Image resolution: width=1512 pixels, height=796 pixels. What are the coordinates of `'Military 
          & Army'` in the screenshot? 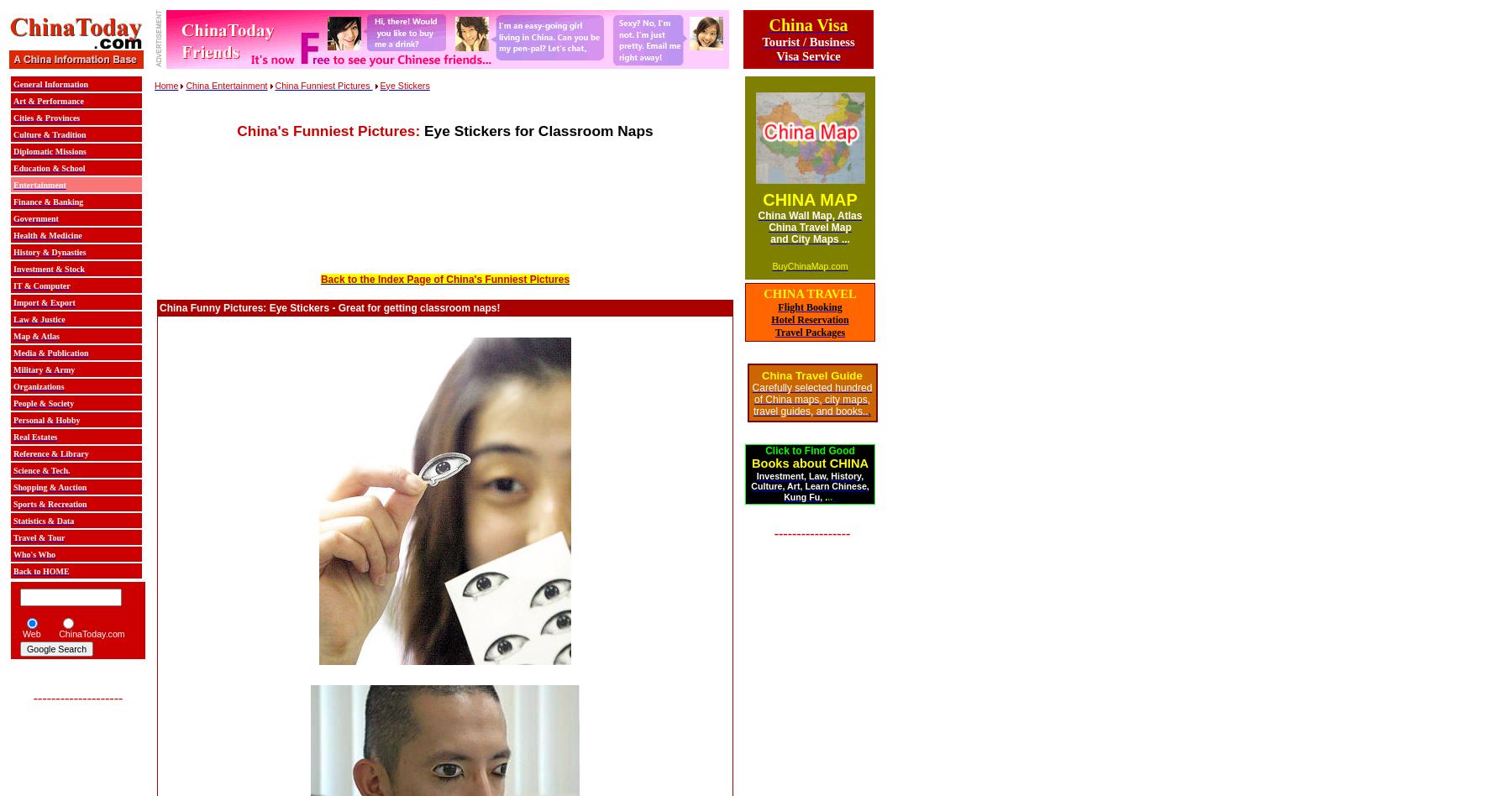 It's located at (43, 368).